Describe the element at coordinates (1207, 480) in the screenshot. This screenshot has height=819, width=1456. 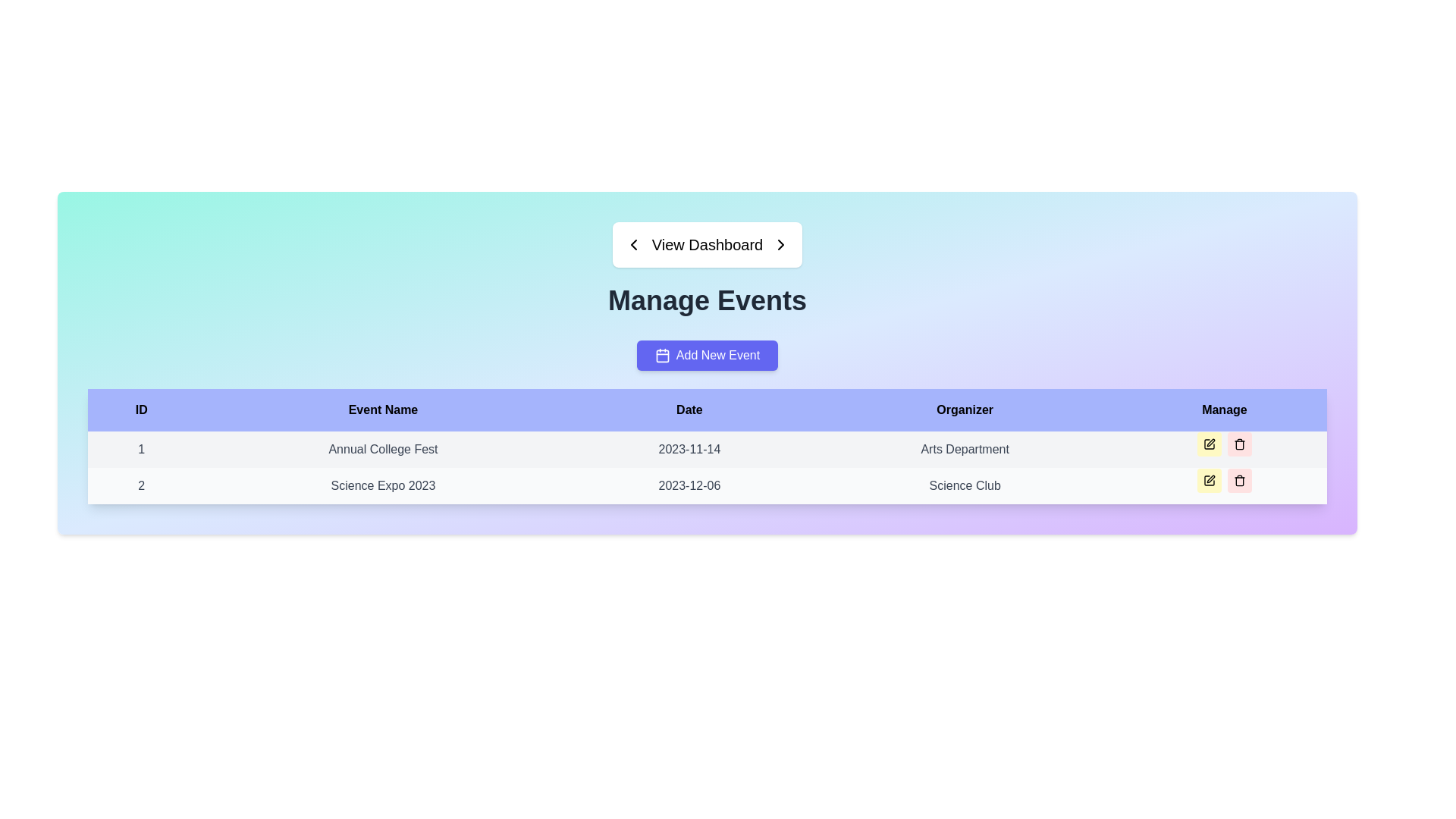
I see `the 'Edit' button` at that location.